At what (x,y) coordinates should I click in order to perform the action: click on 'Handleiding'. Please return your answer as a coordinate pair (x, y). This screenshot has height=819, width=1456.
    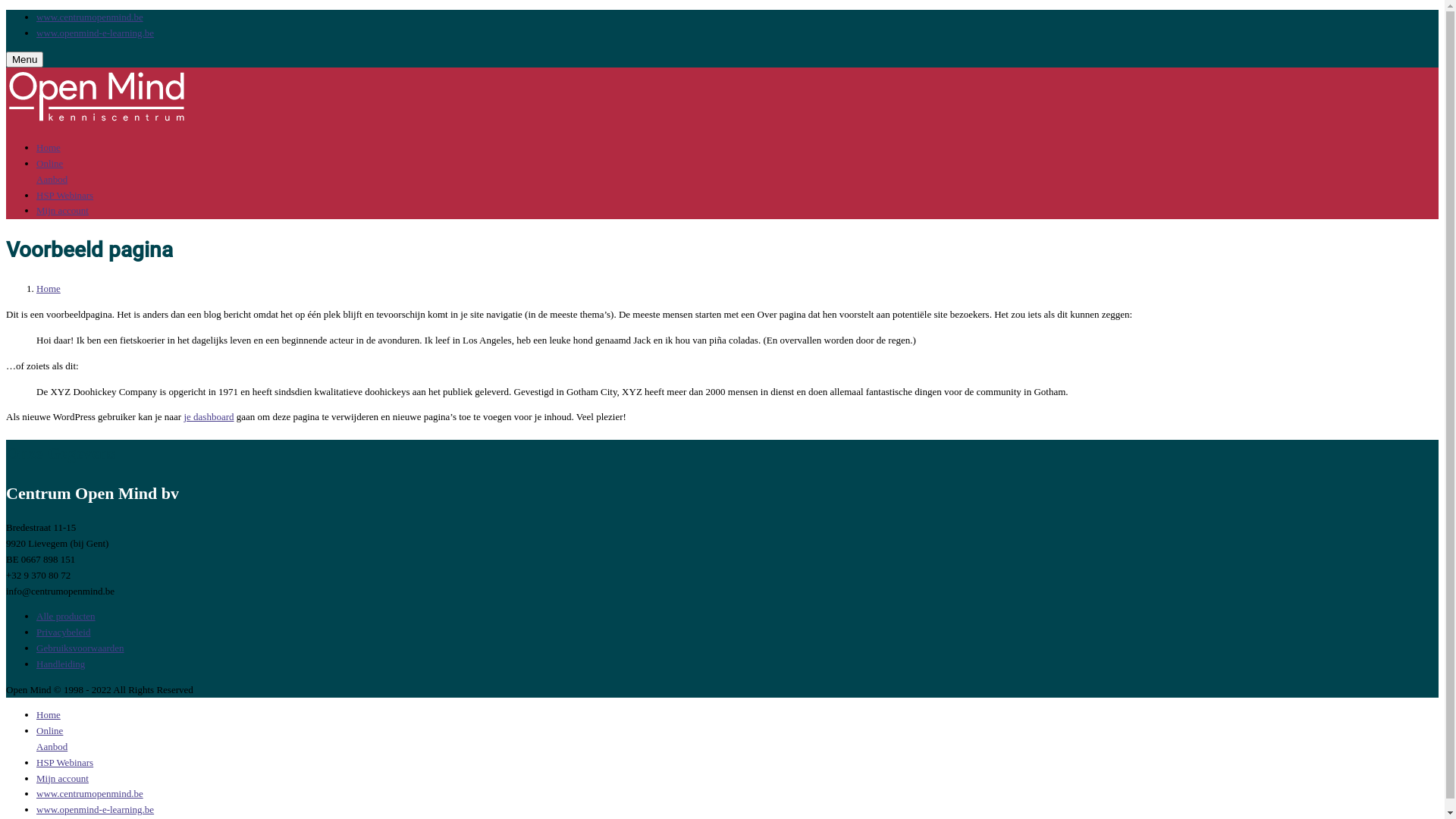
    Looking at the image, I should click on (61, 663).